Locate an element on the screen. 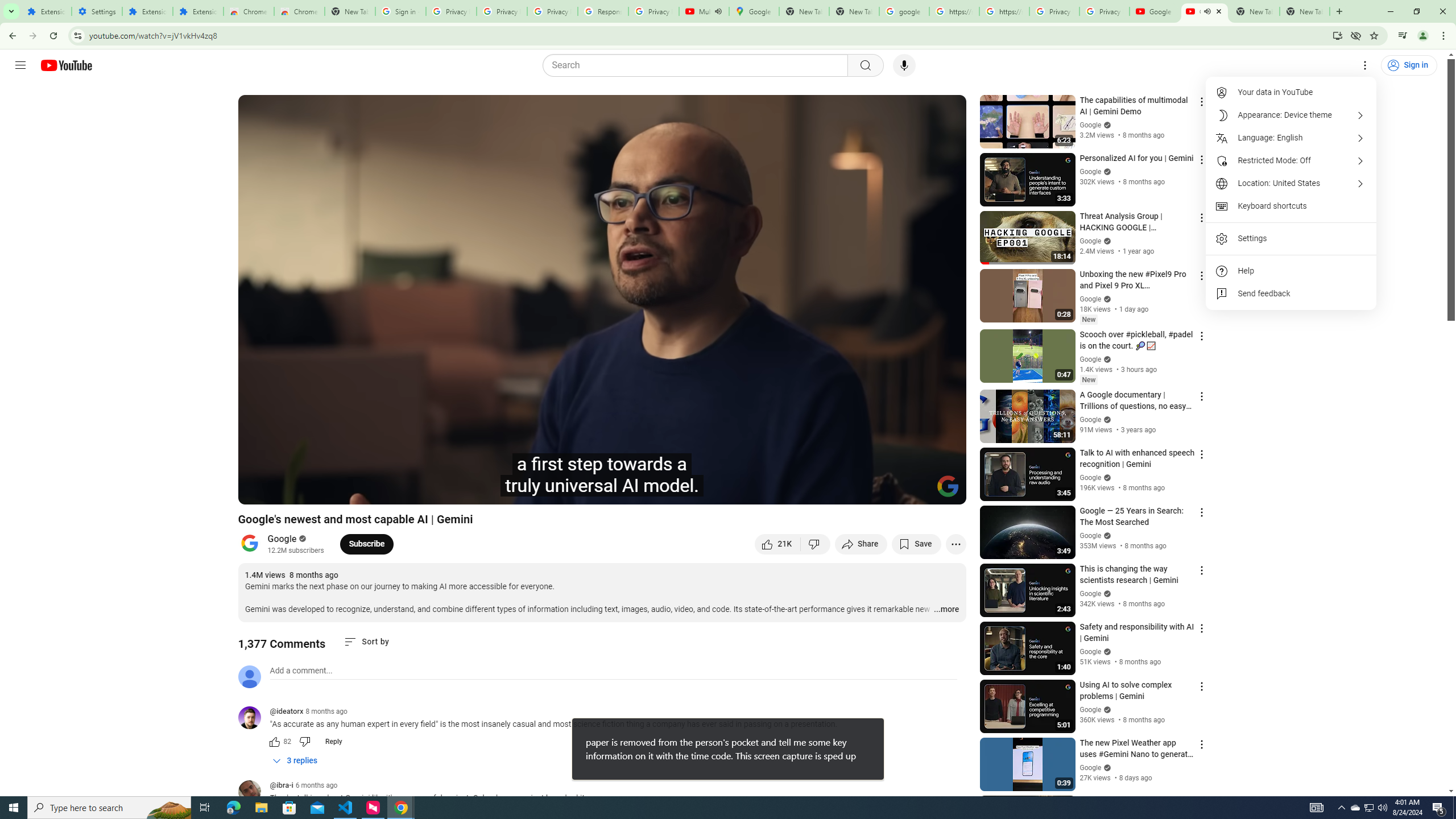  '6 months ago' is located at coordinates (316, 784).